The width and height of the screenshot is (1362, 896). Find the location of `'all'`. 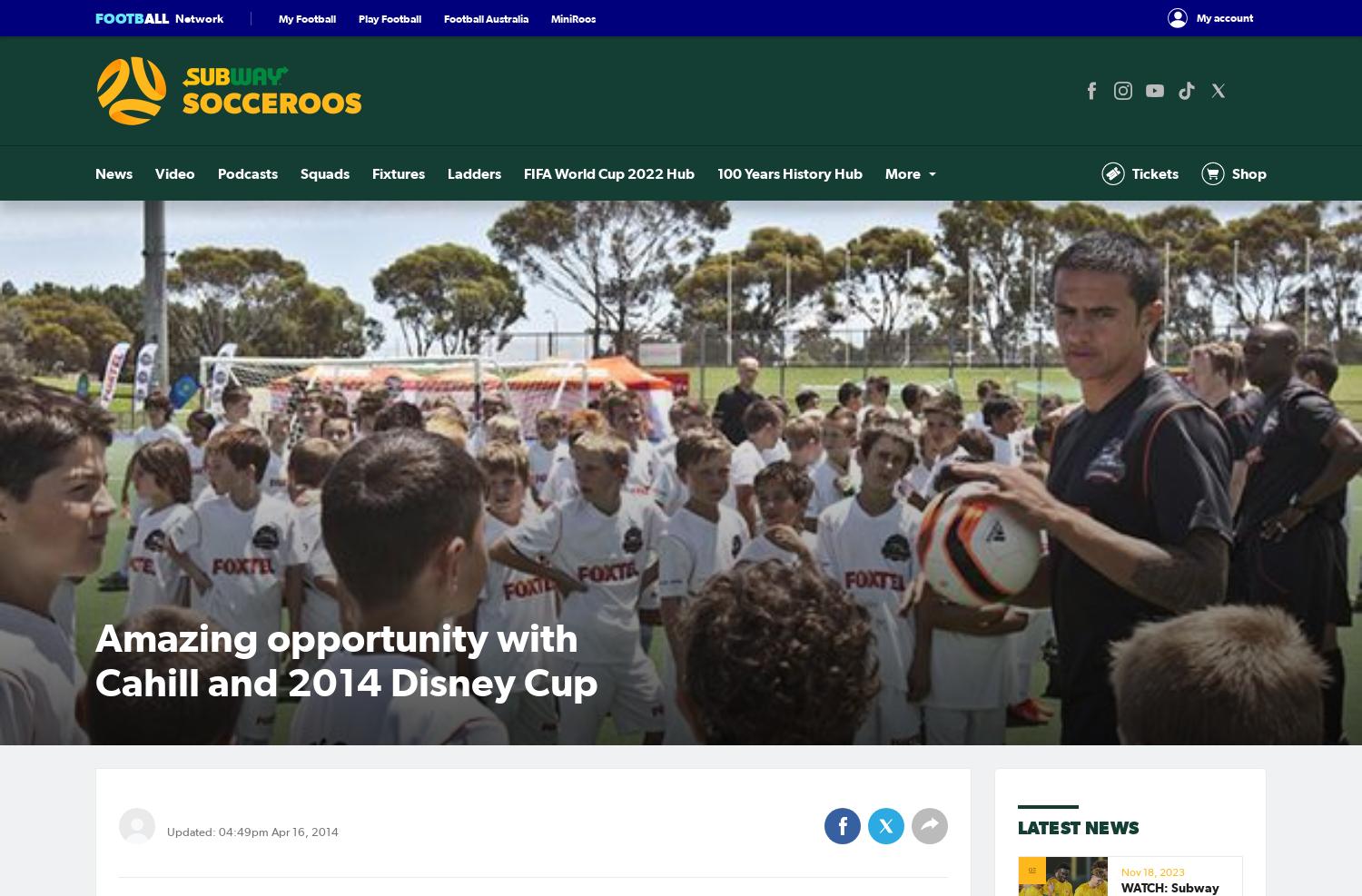

'all' is located at coordinates (156, 17).